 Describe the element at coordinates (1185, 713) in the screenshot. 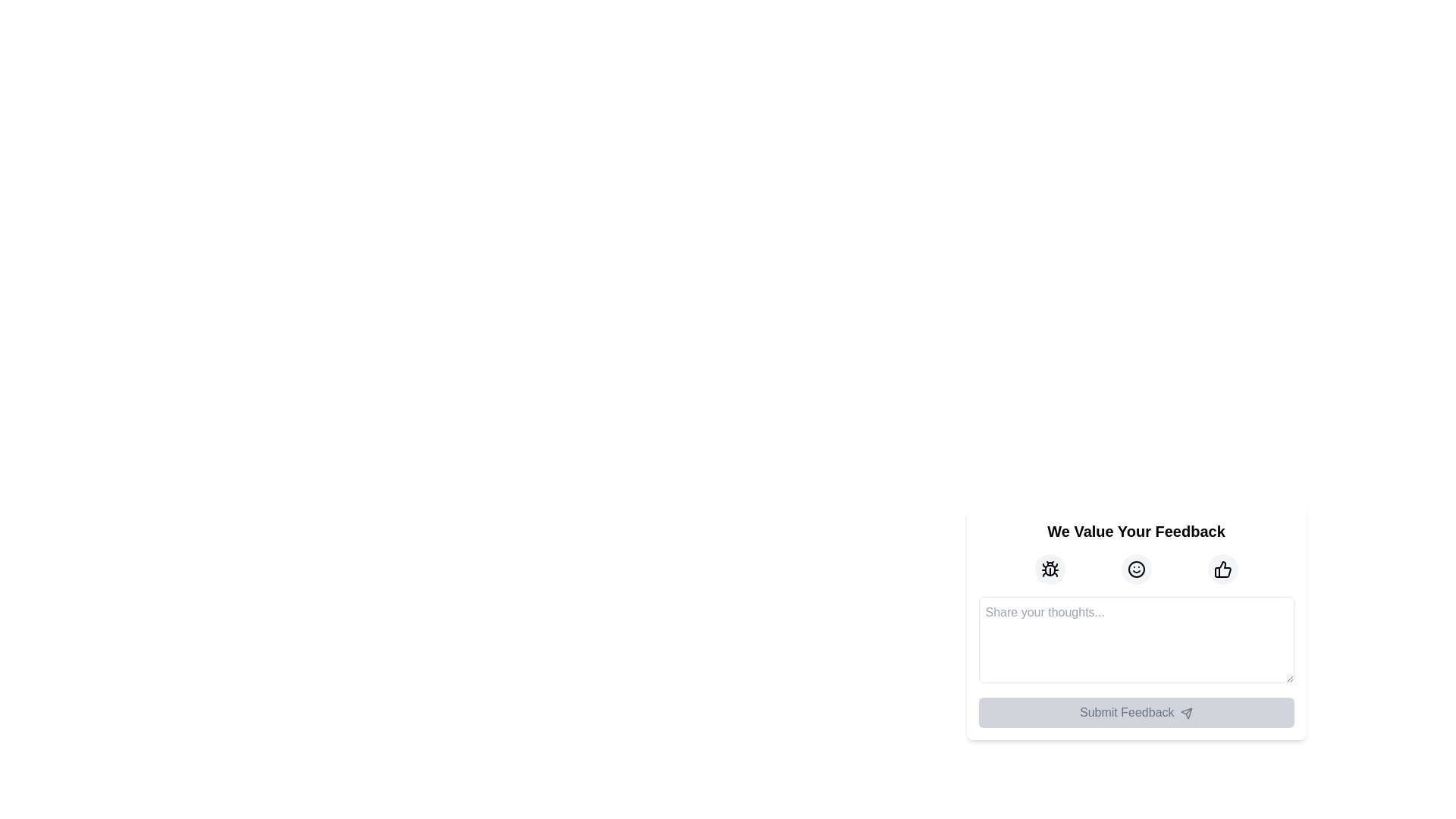

I see `the icon representing the 'Submit Feedback' button, which is located to the right of the button's label text in the lower section of a modal interface` at that location.